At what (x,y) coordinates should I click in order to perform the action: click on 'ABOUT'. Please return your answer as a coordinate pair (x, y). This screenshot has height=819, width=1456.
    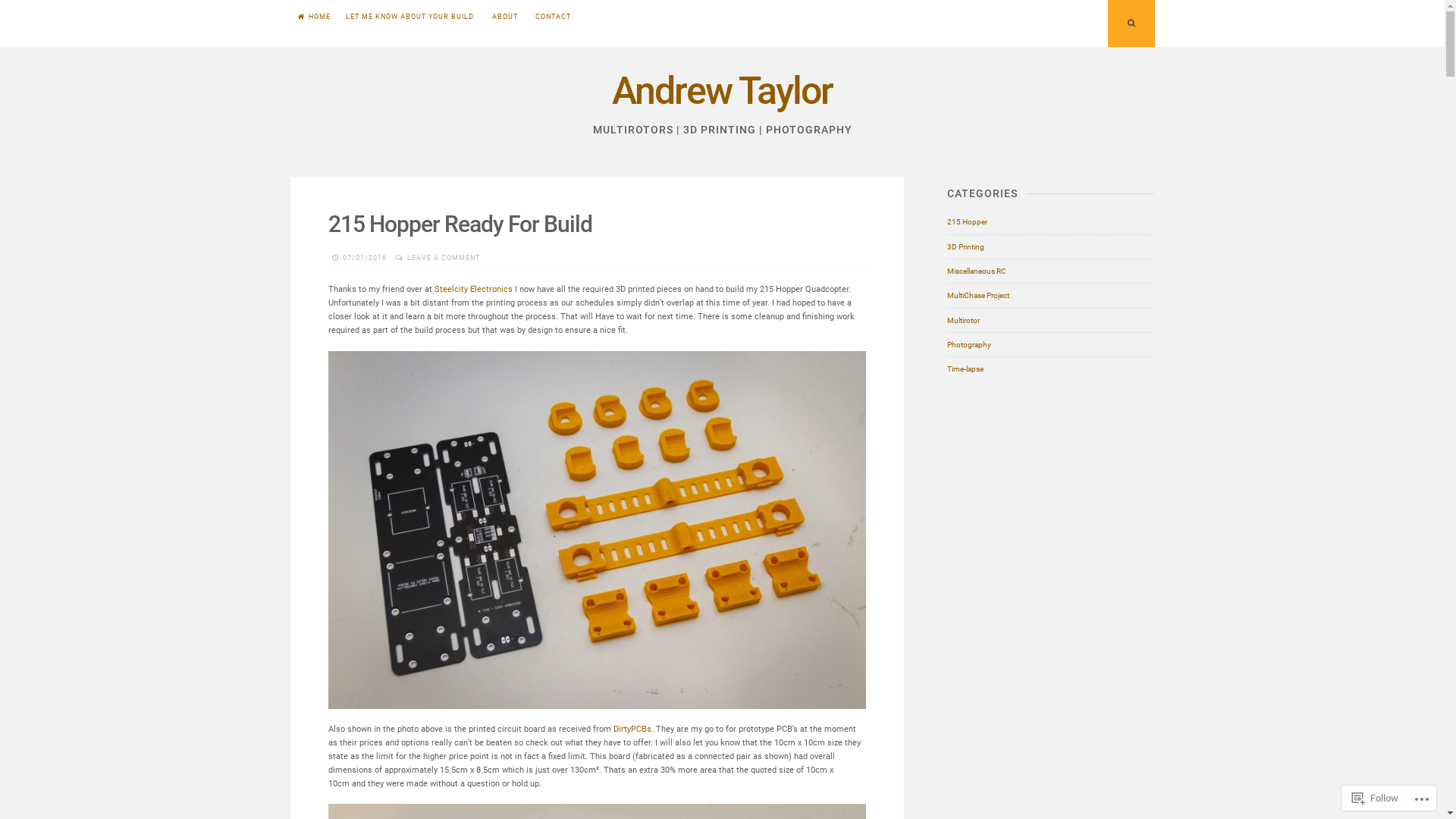
    Looking at the image, I should click on (504, 17).